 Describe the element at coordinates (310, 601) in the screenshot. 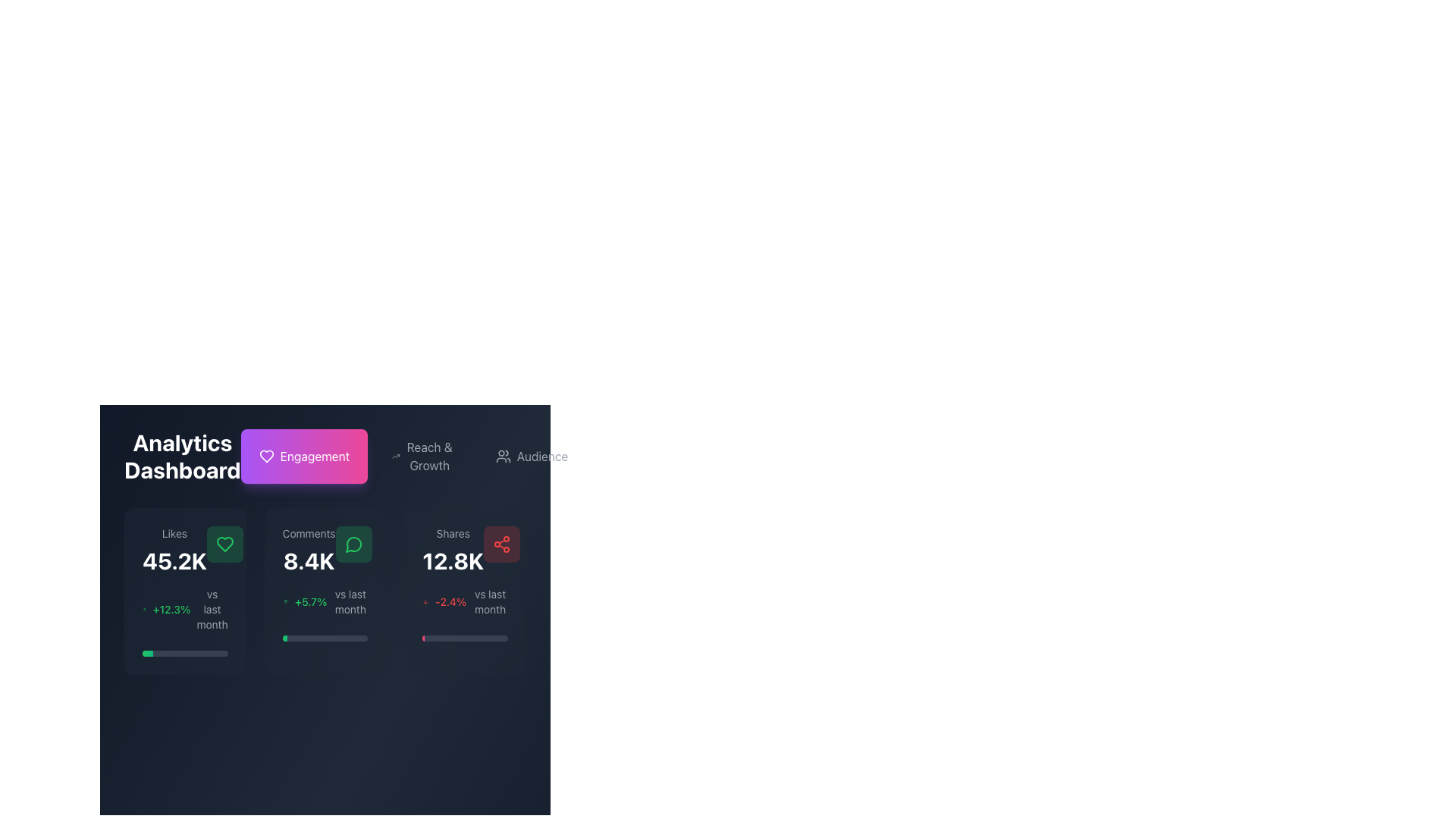

I see `the static text label indicating a 5.7% increase in the 'Comments' section under the 'Engagement' tab` at that location.